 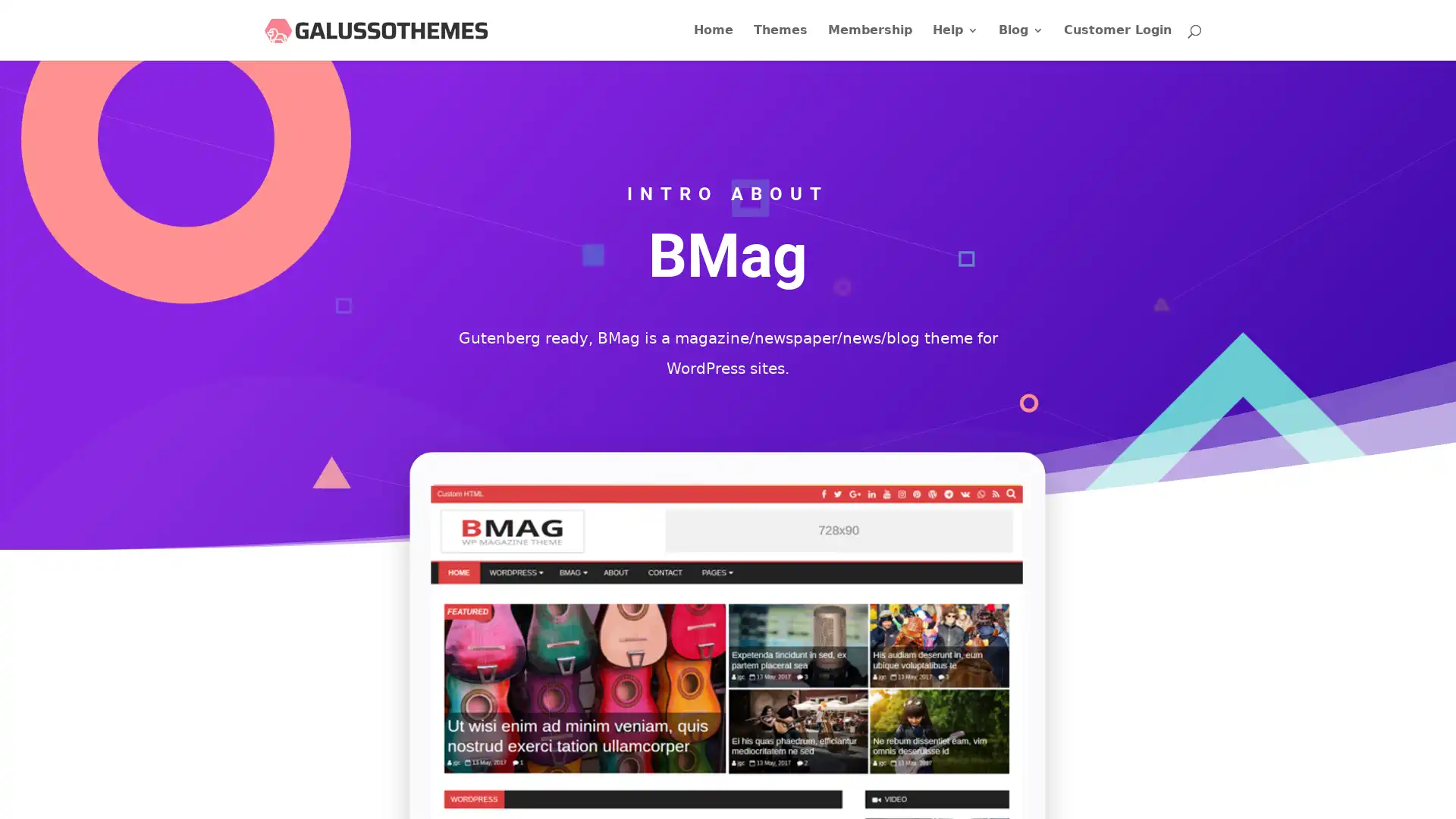 I want to click on Question with product?, so click(x=1341, y=784).